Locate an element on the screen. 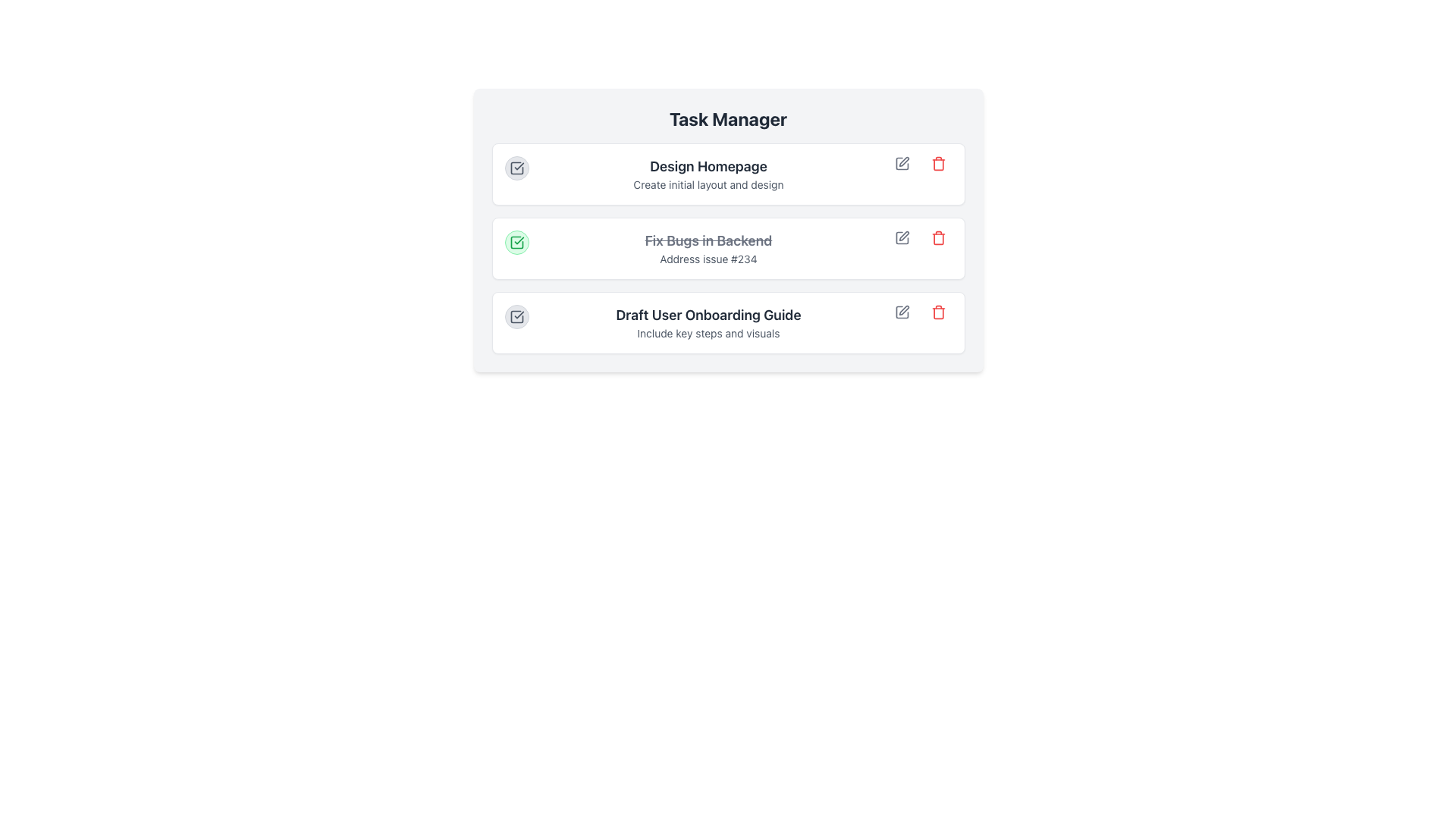 The height and width of the screenshot is (819, 1456). the green checkbox on the second task card titled 'Fix Bugs in Backend' to mark the task as complete is located at coordinates (728, 247).